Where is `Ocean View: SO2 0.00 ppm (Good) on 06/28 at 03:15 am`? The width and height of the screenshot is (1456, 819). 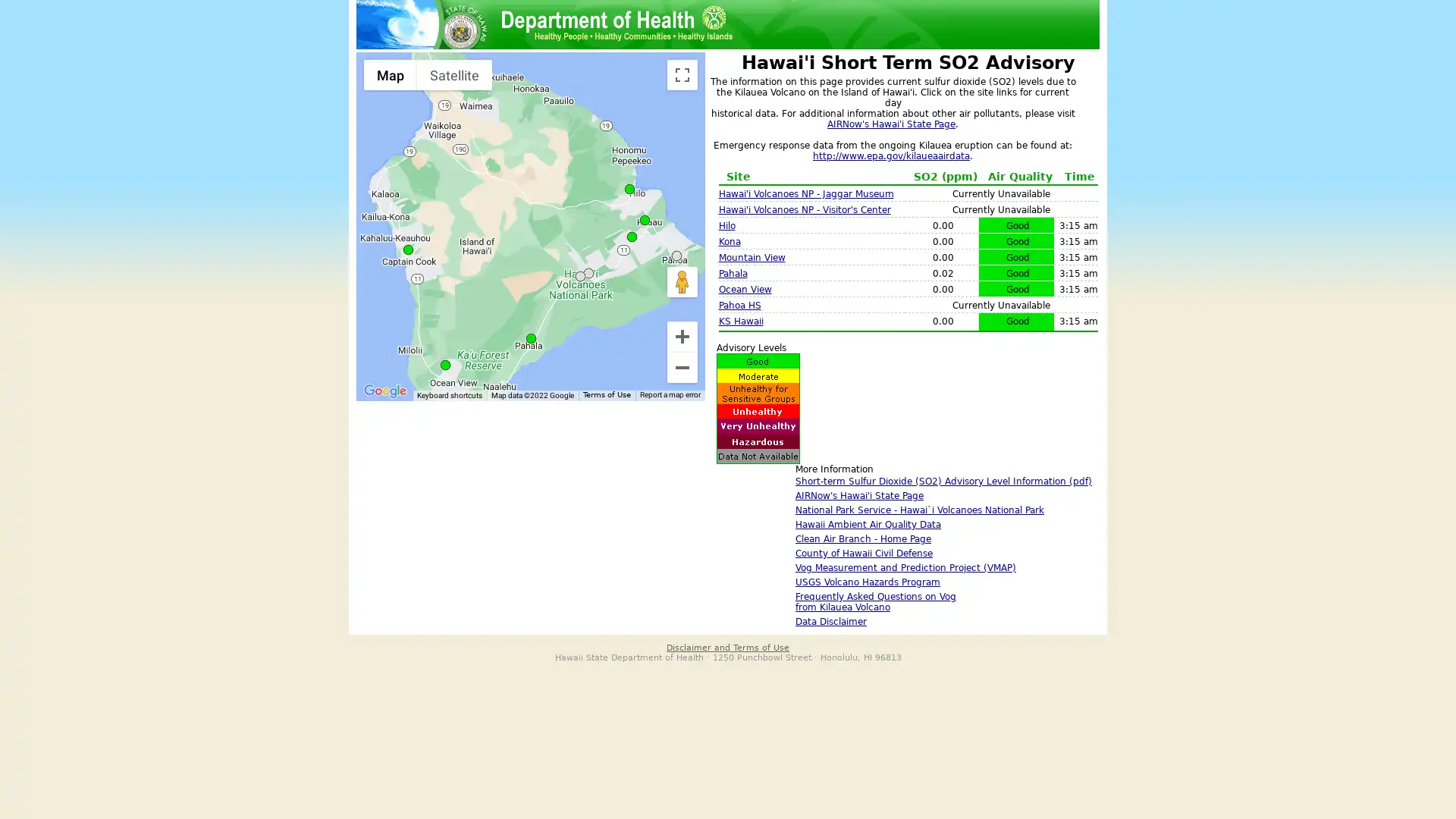 Ocean View: SO2 0.00 ppm (Good) on 06/28 at 03:15 am is located at coordinates (444, 365).